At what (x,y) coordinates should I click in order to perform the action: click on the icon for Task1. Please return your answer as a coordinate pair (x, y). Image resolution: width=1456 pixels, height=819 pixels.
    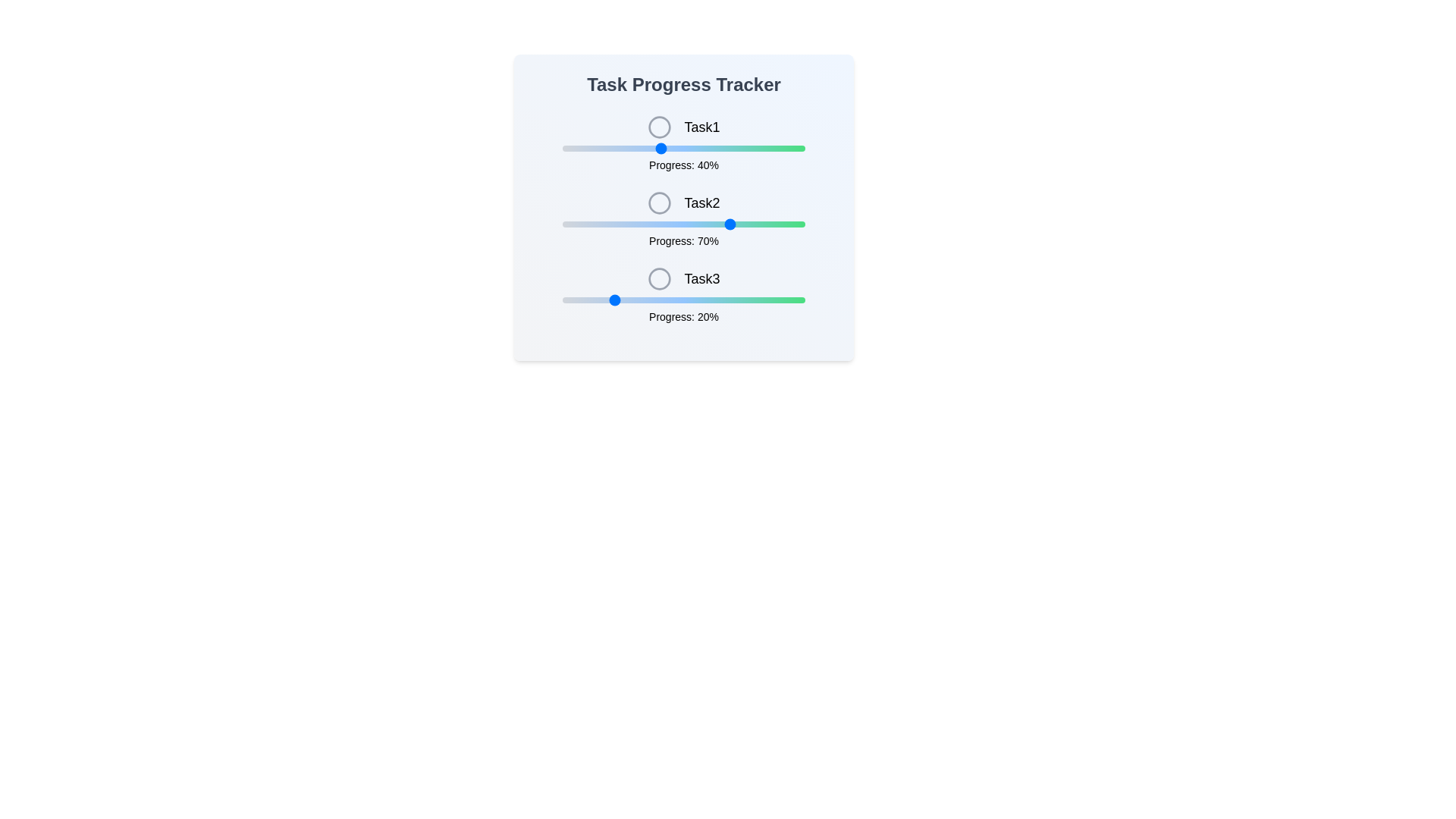
    Looking at the image, I should click on (660, 127).